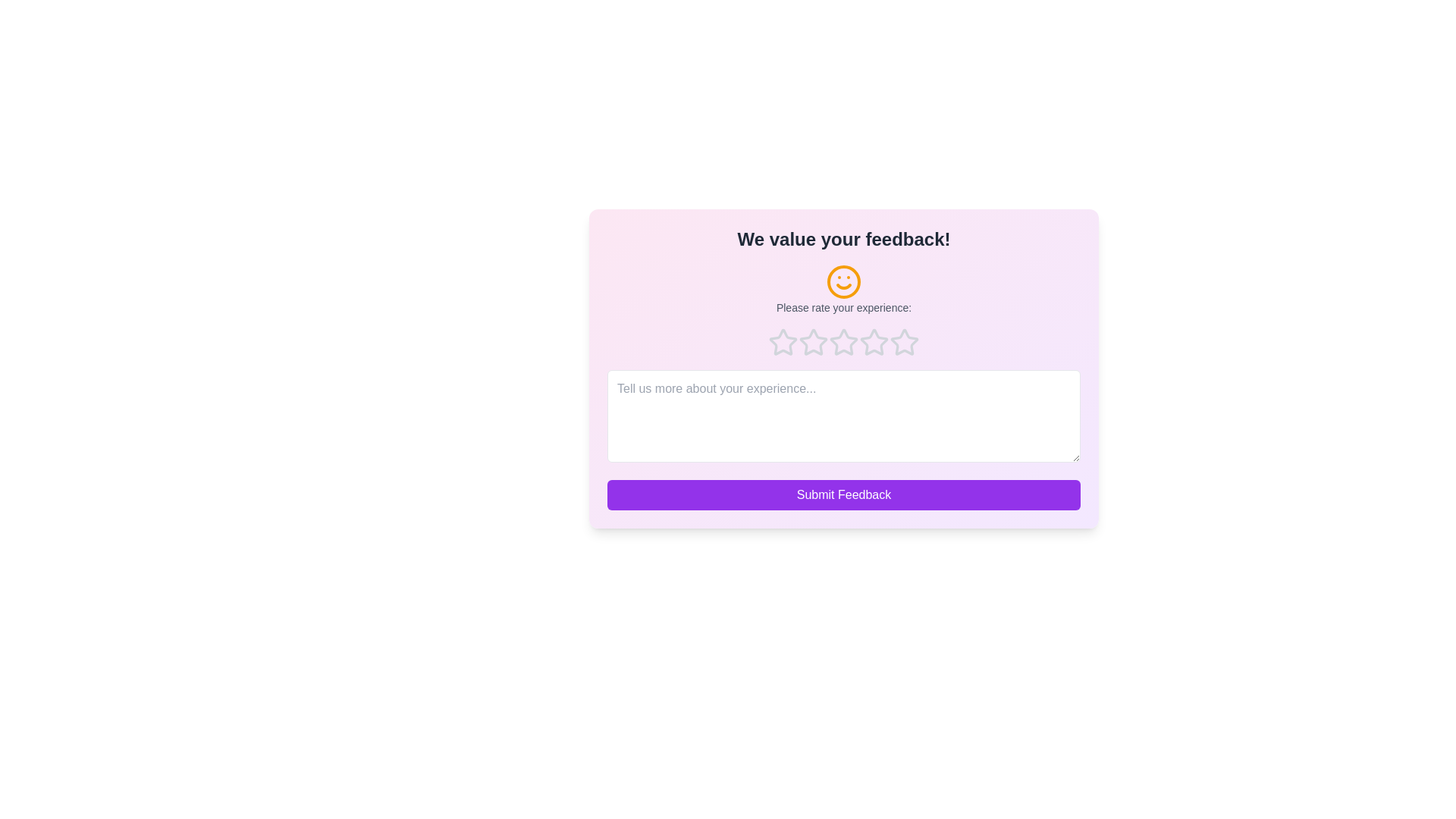 The width and height of the screenshot is (1456, 819). I want to click on the smiling face icon in the visual prompt that asks 'Please rate your experience:' to trigger possible animations or highlighting, so click(843, 289).